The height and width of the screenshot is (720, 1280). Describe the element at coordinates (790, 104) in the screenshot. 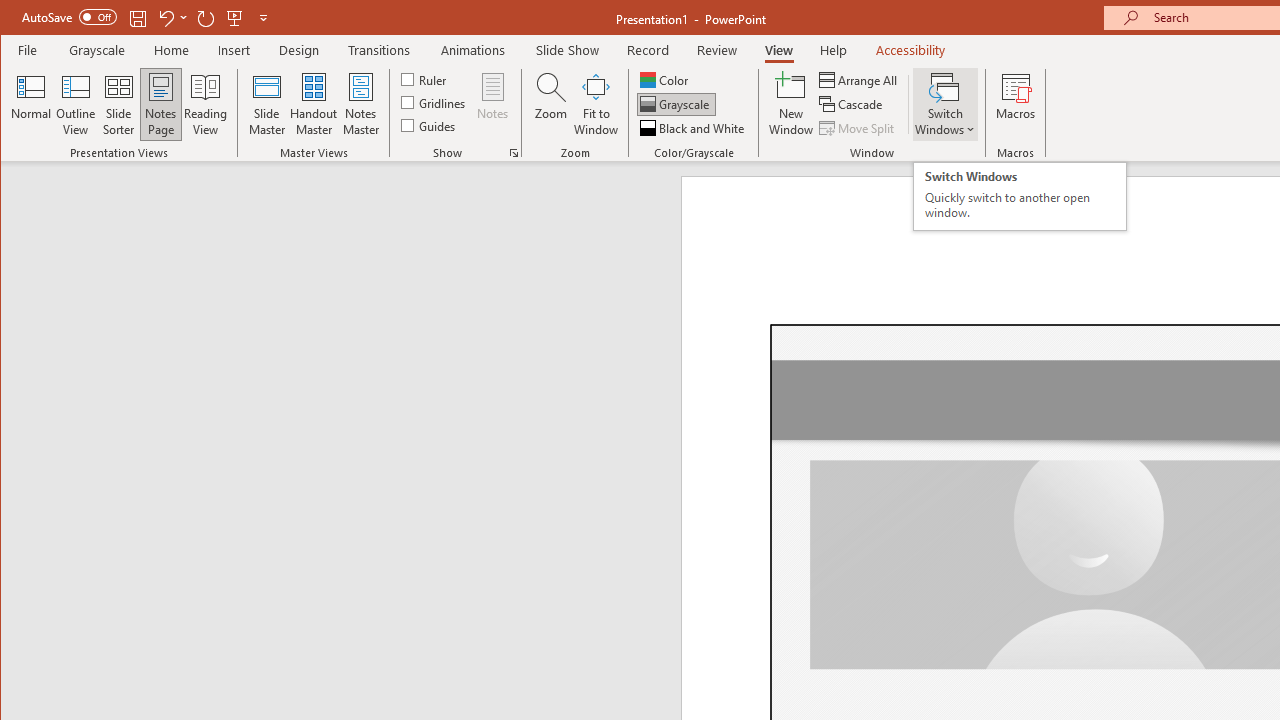

I see `'New Window'` at that location.